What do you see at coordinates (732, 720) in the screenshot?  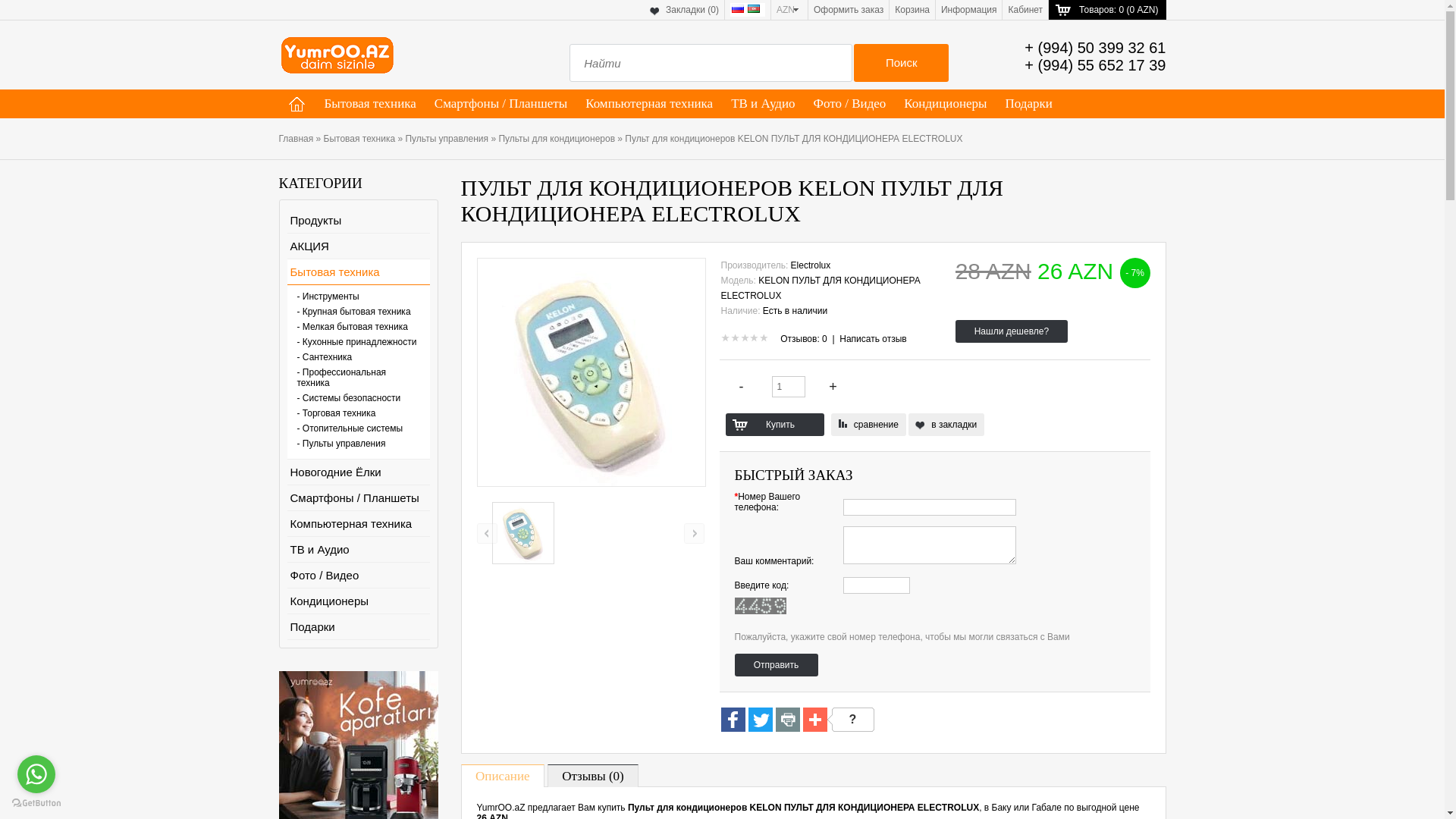 I see `'Facebook'` at bounding box center [732, 720].